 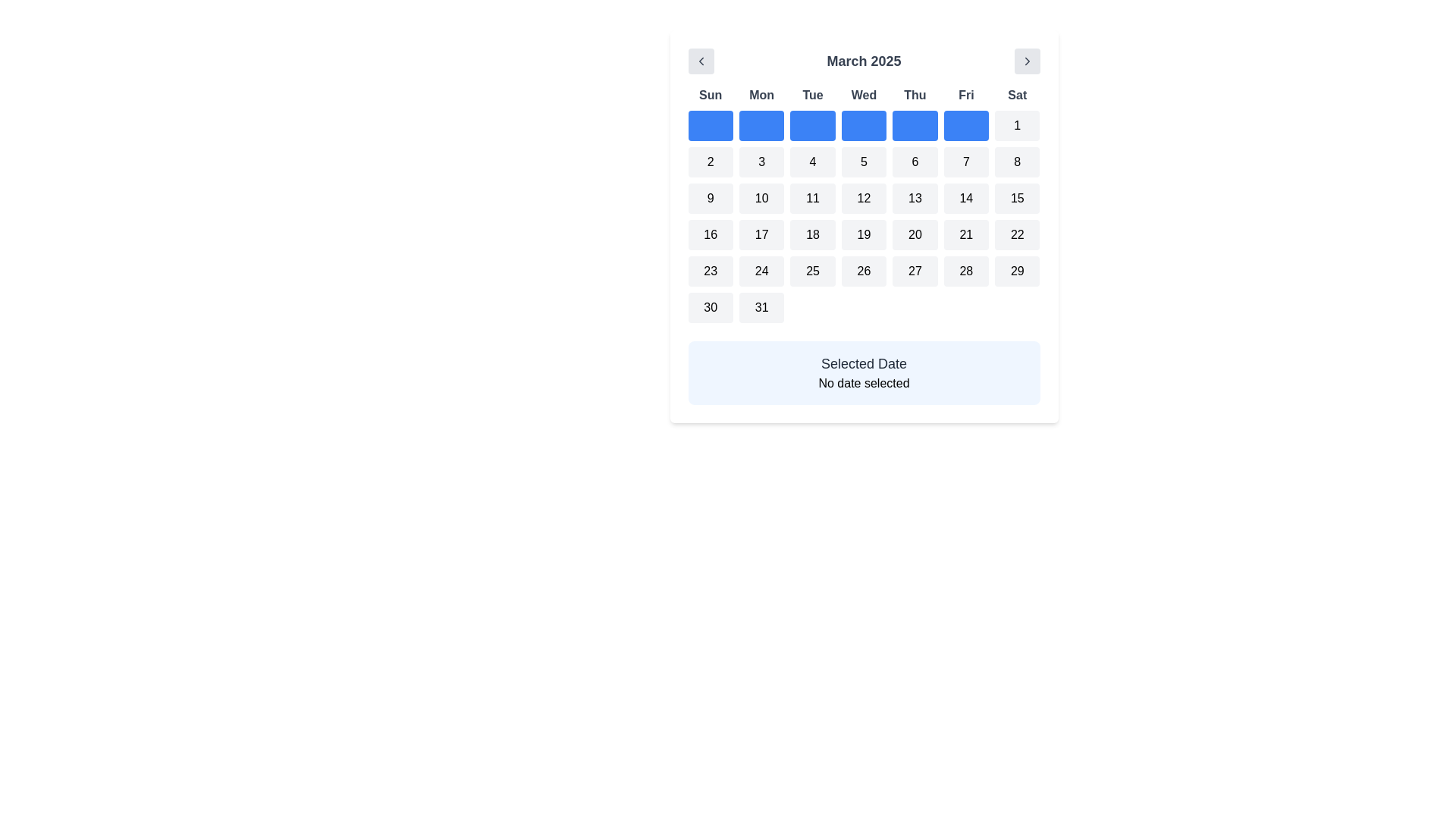 I want to click on the rounded rectangular button displaying the number '31' located in the bottom right corner of the calendar grid, so click(x=761, y=307).